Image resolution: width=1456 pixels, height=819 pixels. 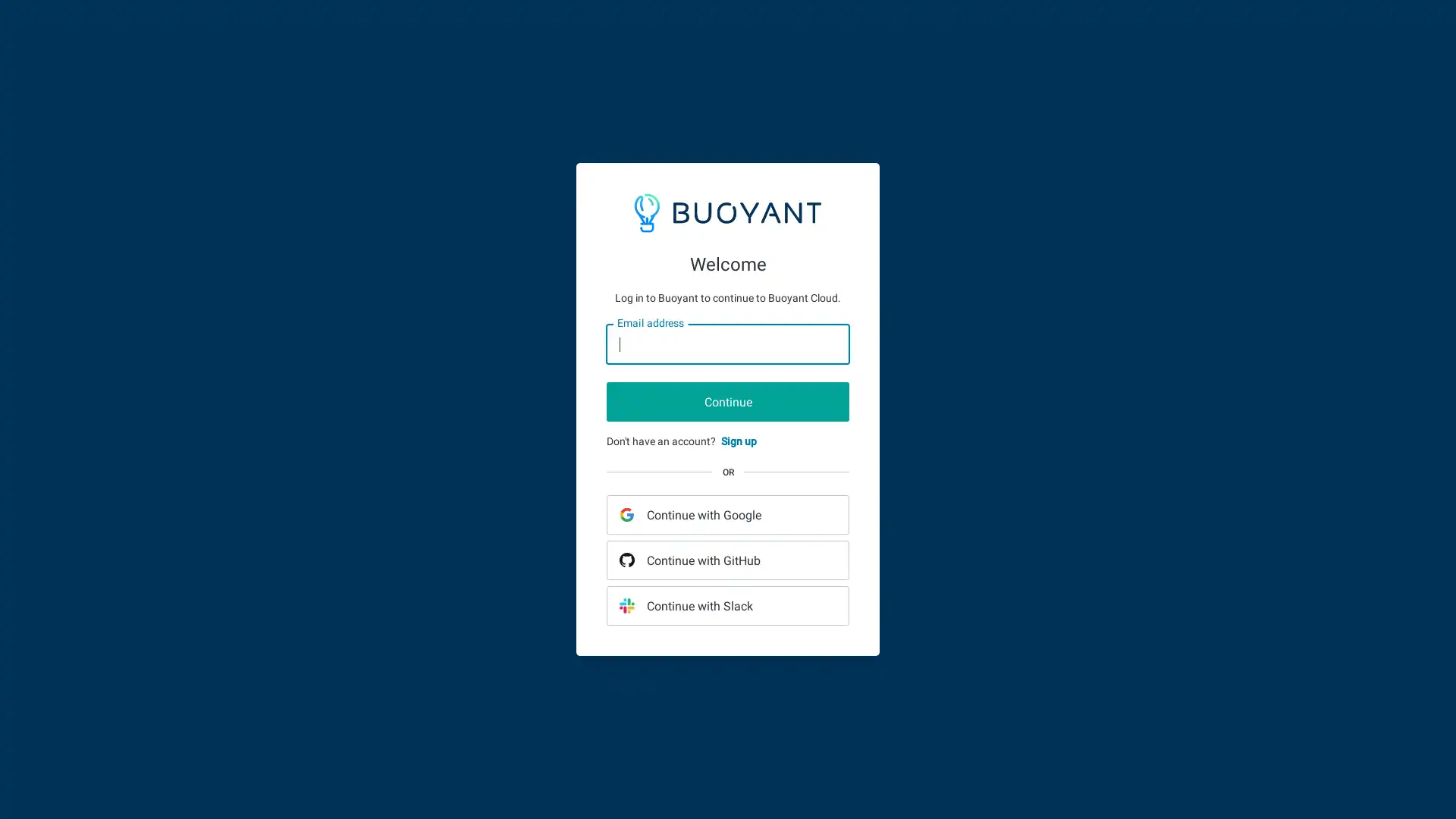 I want to click on Continue with Google, so click(x=728, y=513).